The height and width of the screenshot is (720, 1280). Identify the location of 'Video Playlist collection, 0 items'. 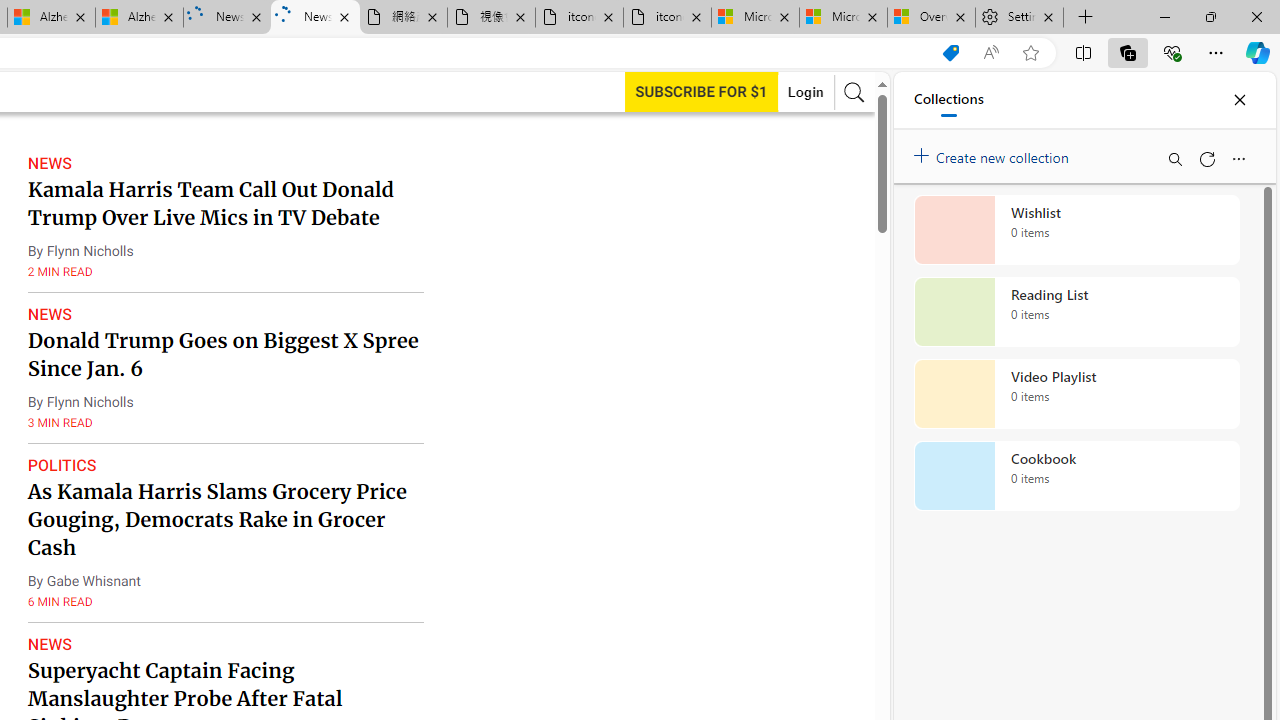
(1076, 394).